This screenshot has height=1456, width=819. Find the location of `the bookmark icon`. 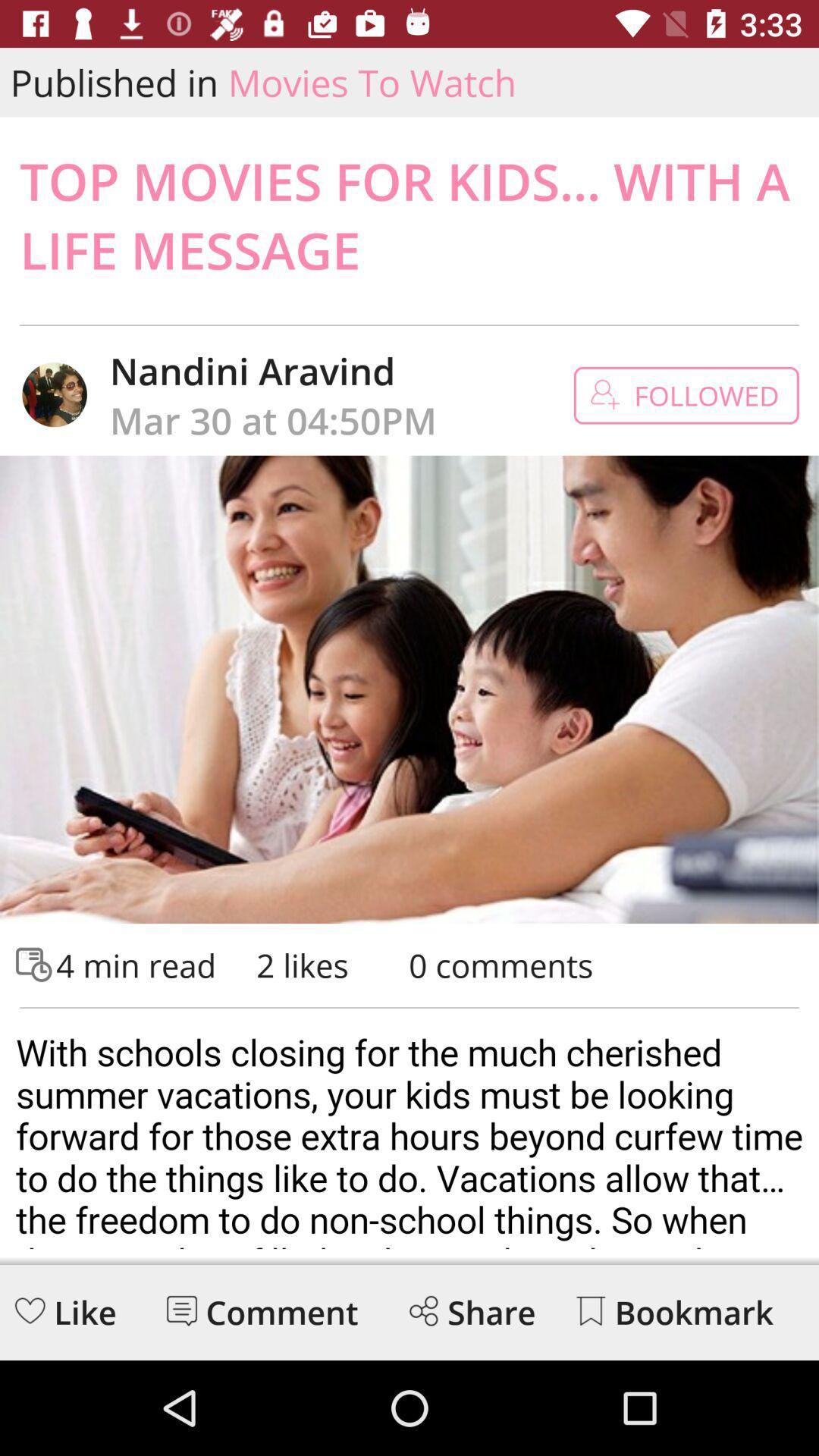

the bookmark icon is located at coordinates (590, 1310).